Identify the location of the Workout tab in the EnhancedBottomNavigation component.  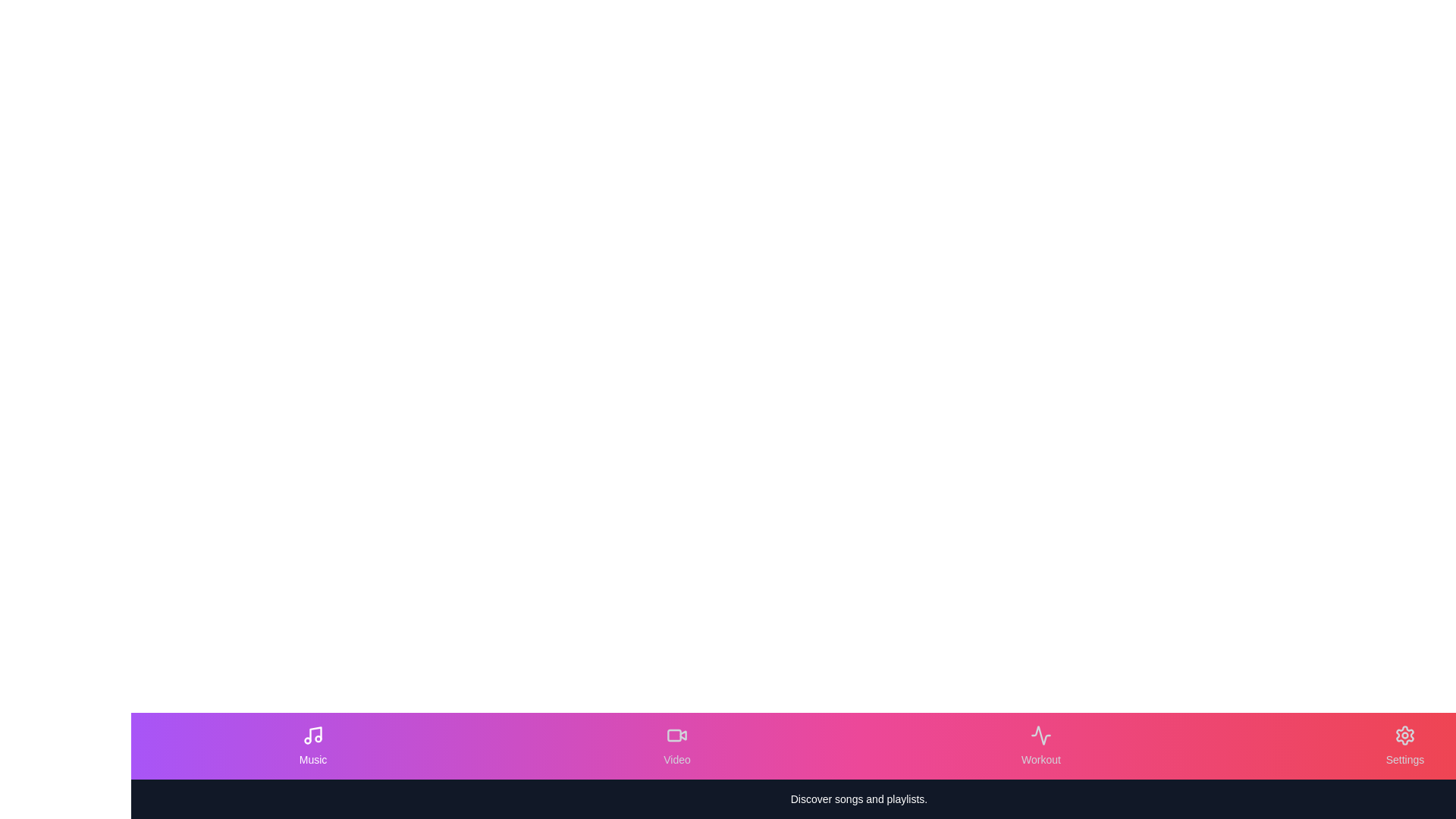
(1040, 745).